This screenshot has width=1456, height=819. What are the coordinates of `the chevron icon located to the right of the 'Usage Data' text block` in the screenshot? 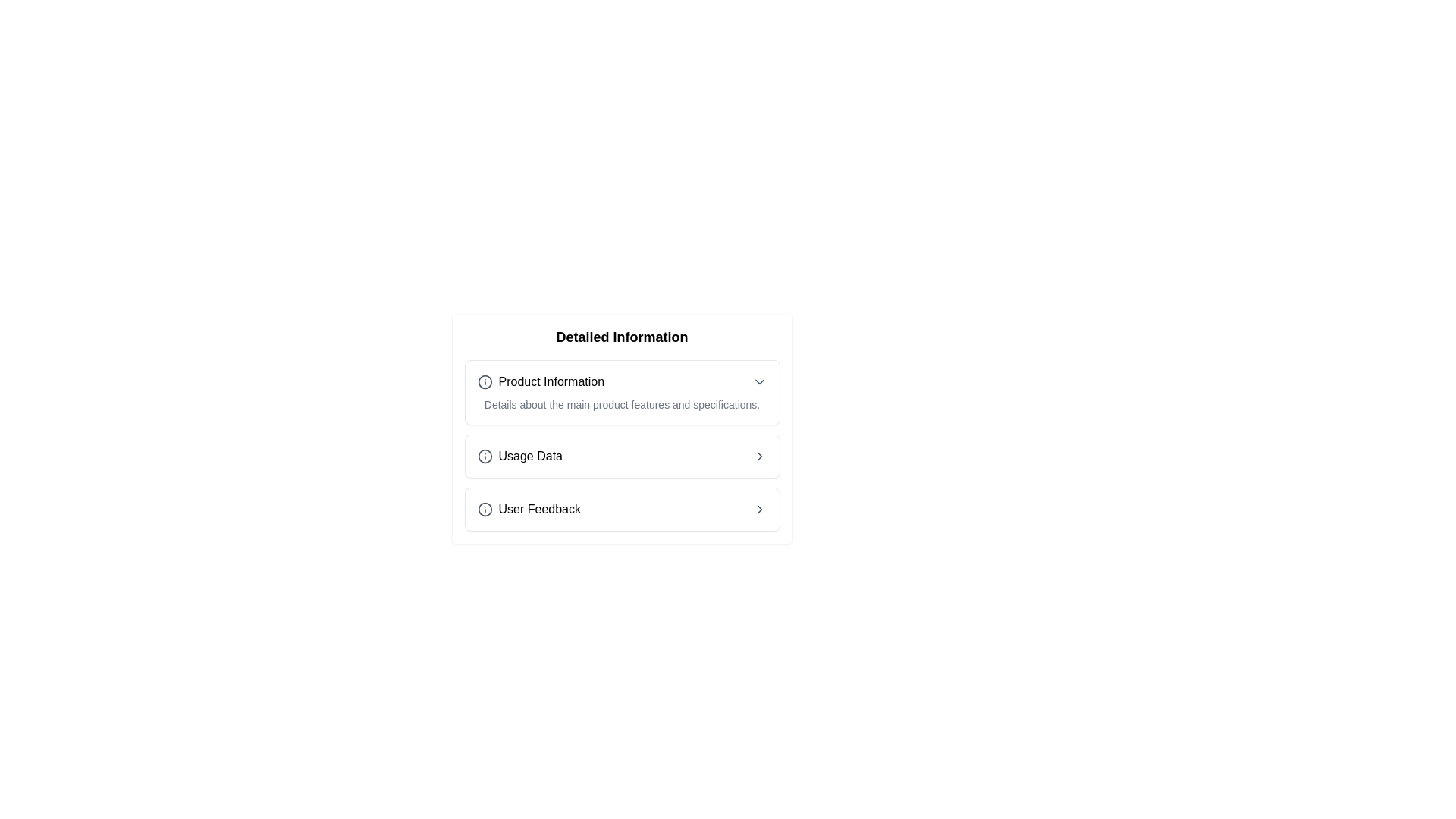 It's located at (759, 509).